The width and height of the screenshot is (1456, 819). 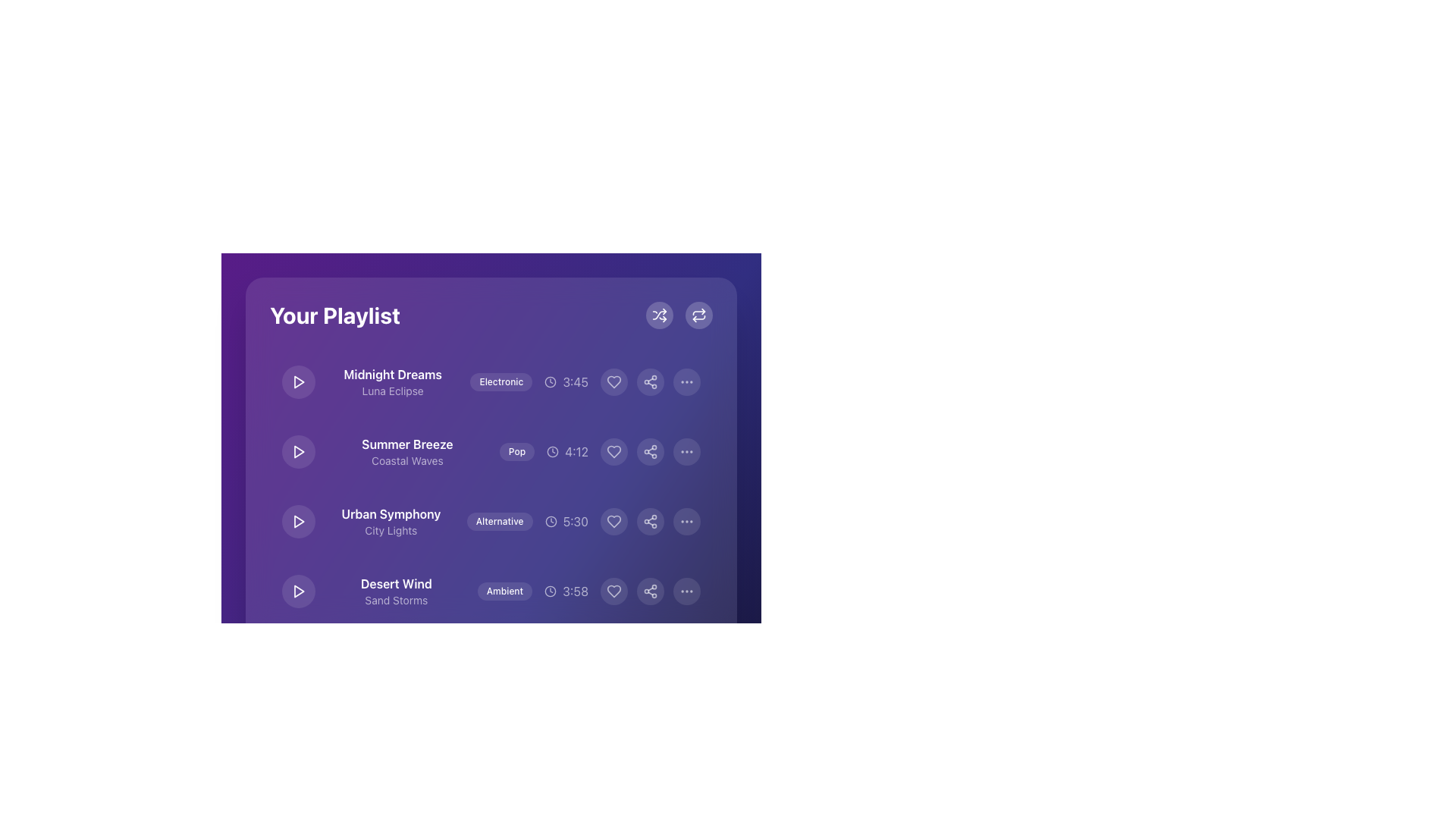 I want to click on text from the Text label that displays 'Summer Breeze' and 'Coastal Waves', which is located in the playlist interface below 'Midnight Dreams' and above 'Urban Symphony', so click(x=407, y=451).